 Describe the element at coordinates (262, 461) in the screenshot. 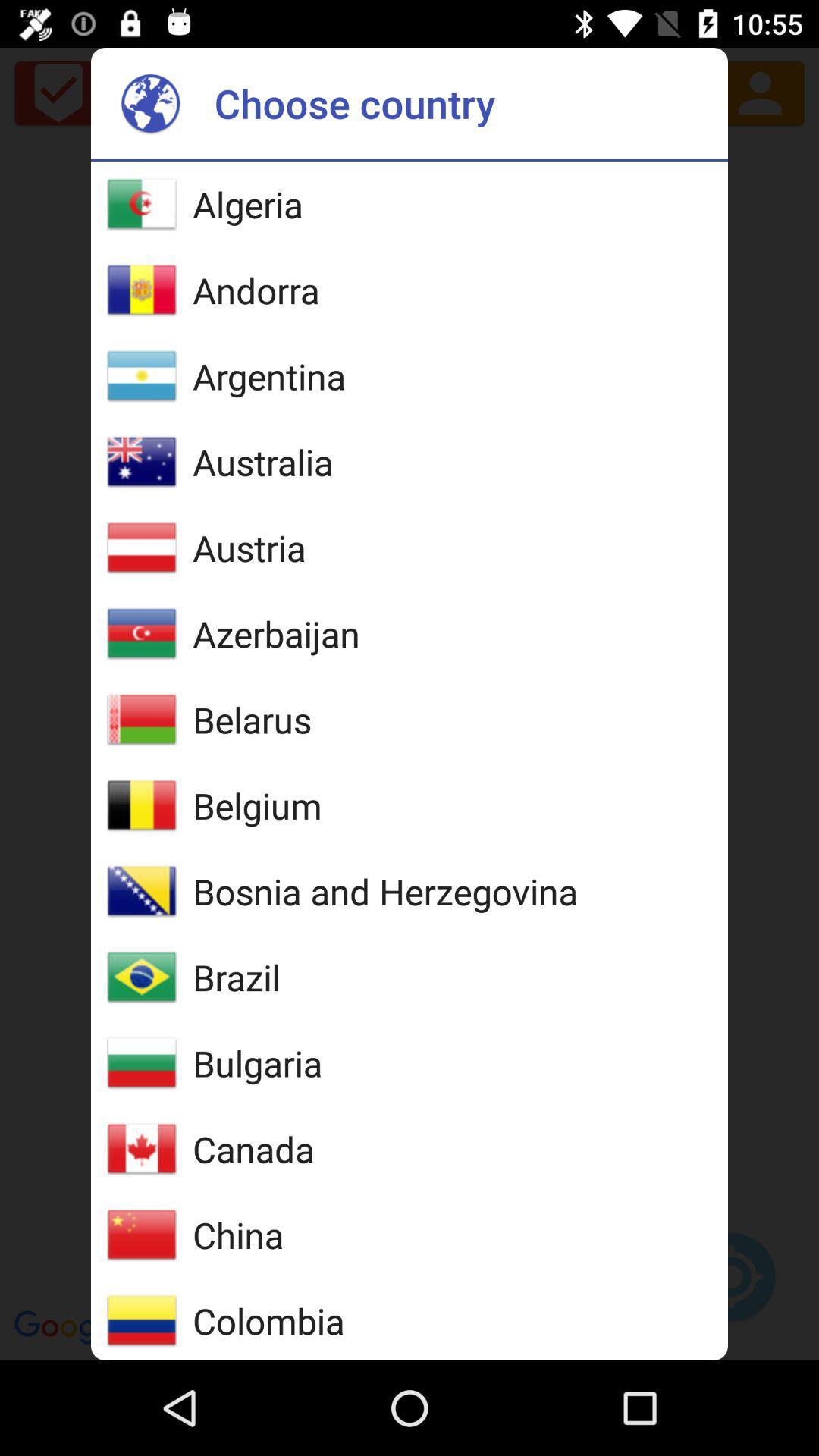

I see `australia` at that location.